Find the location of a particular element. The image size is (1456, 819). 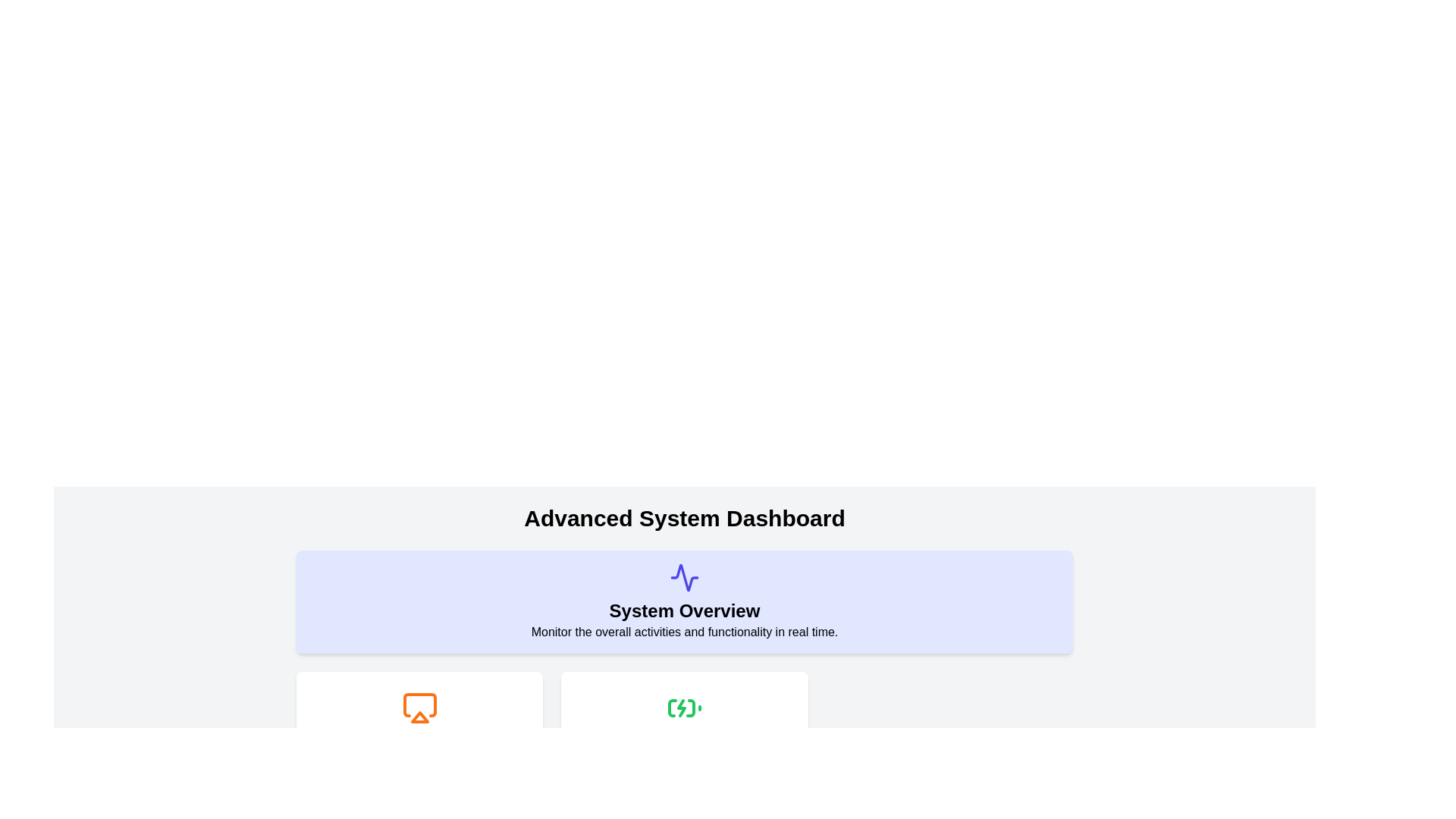

the icon that represents system activity or monitoring, located within the 'System Overview' section, centered horizontally in the light-indigo card is located at coordinates (683, 578).